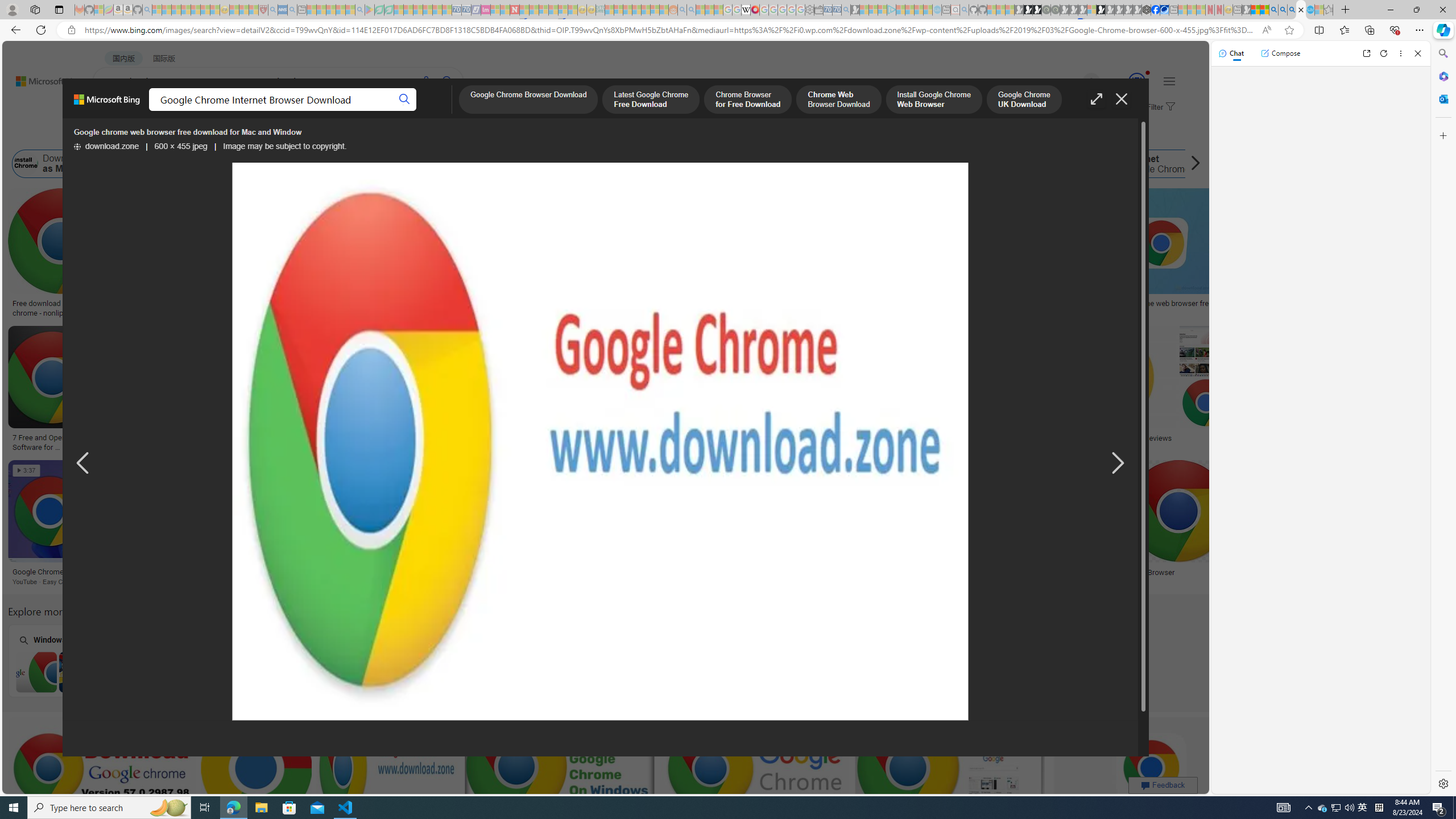 The height and width of the screenshot is (819, 1456). I want to click on 'DICT', so click(407, 111).